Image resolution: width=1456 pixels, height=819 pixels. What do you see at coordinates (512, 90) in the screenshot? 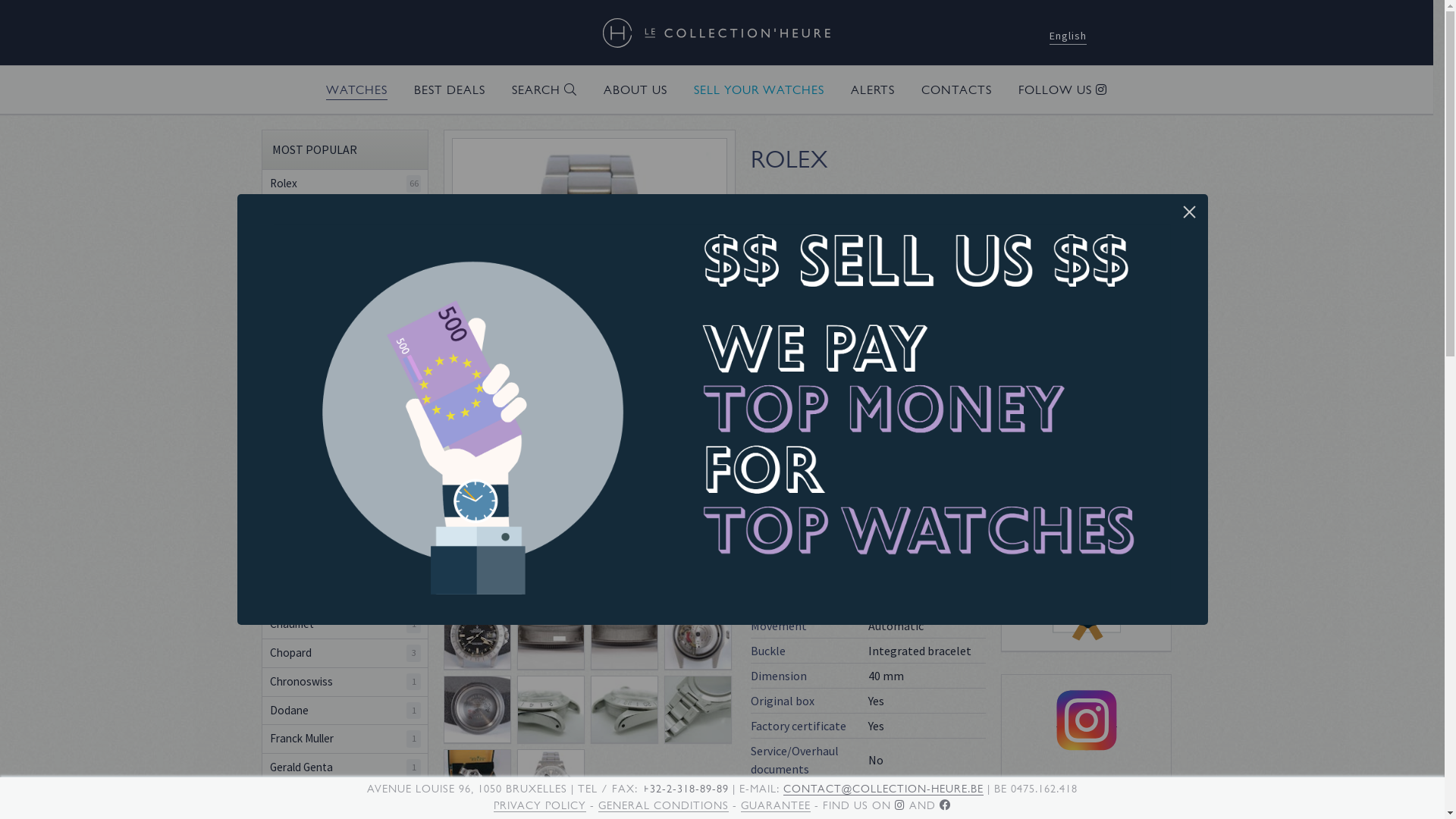
I see `'SEARCH'` at bounding box center [512, 90].